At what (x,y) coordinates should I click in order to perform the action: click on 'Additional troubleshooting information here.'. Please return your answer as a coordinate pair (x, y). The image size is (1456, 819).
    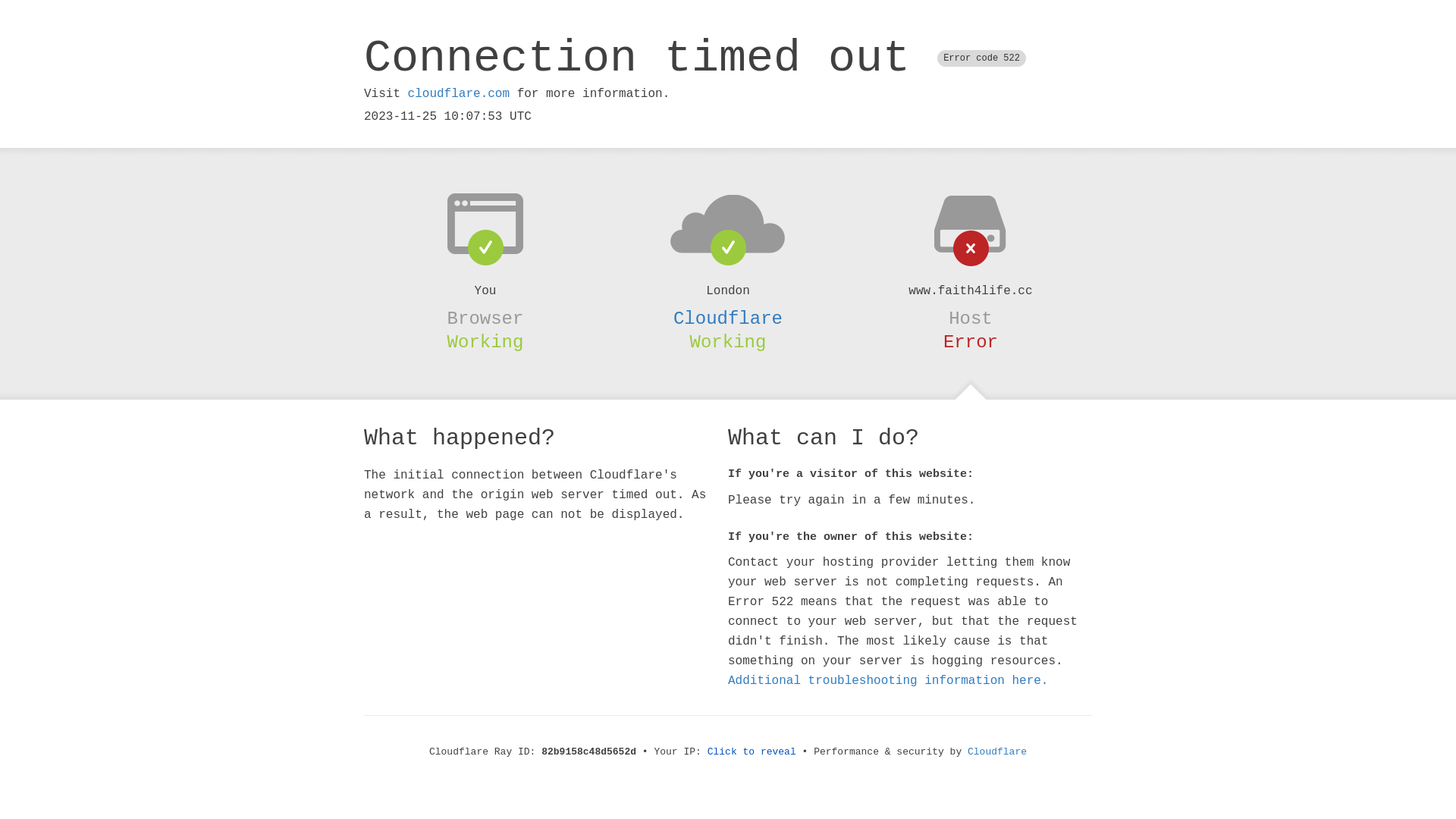
    Looking at the image, I should click on (888, 680).